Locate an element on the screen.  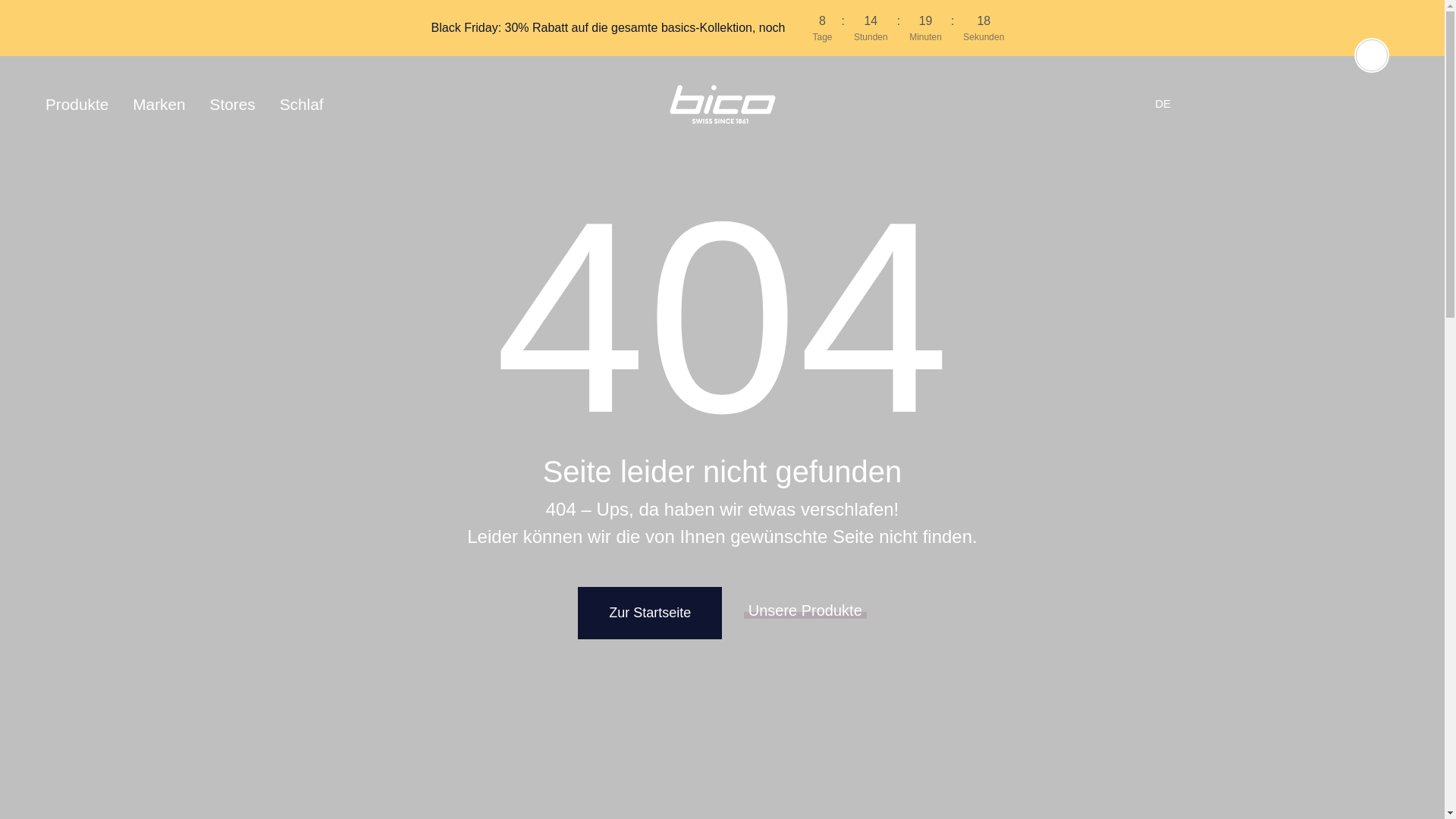
'Produkte' is located at coordinates (82, 103).